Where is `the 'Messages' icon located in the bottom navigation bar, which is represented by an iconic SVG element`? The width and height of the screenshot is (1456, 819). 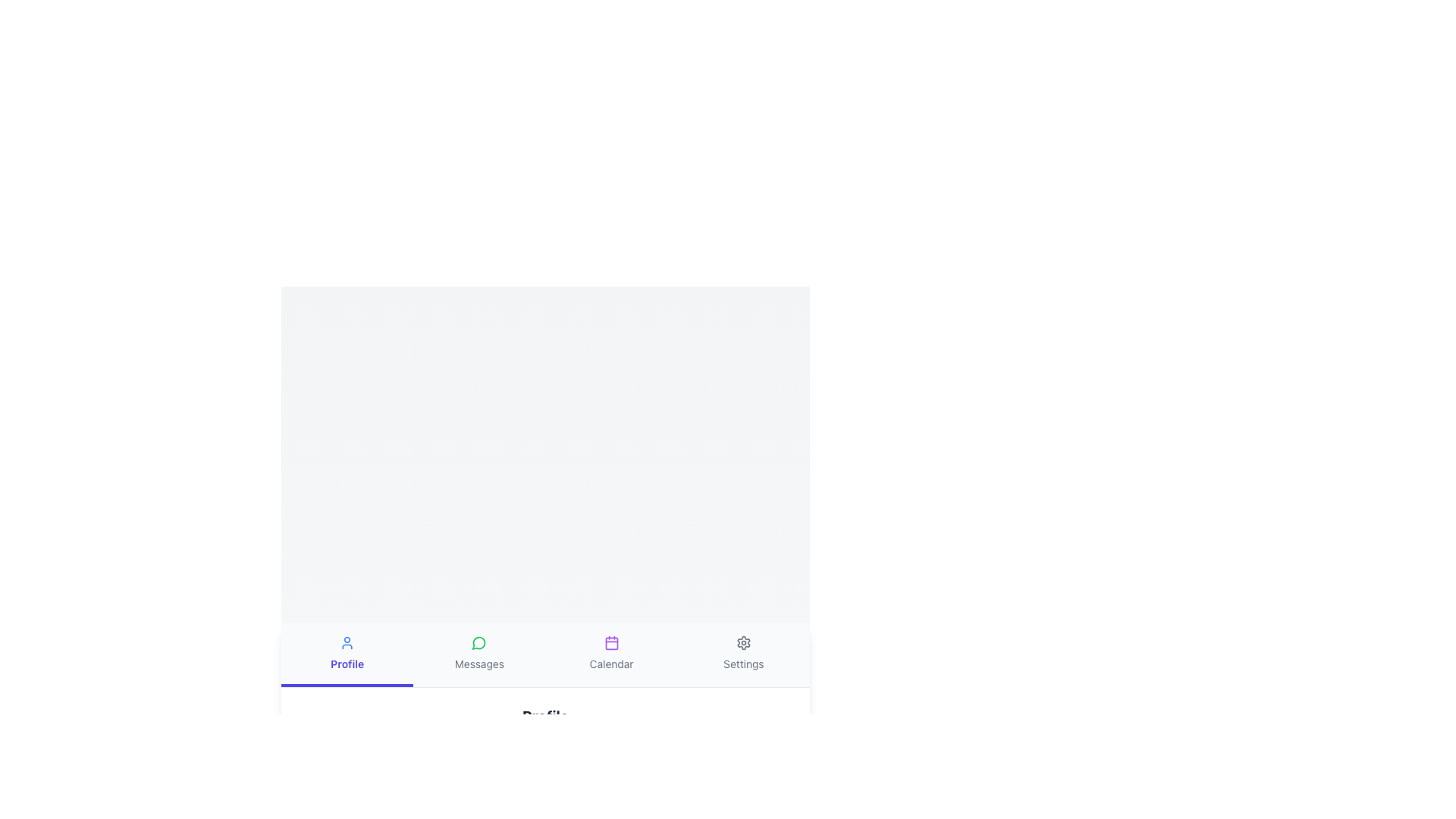 the 'Messages' icon located in the bottom navigation bar, which is represented by an iconic SVG element is located at coordinates (478, 642).